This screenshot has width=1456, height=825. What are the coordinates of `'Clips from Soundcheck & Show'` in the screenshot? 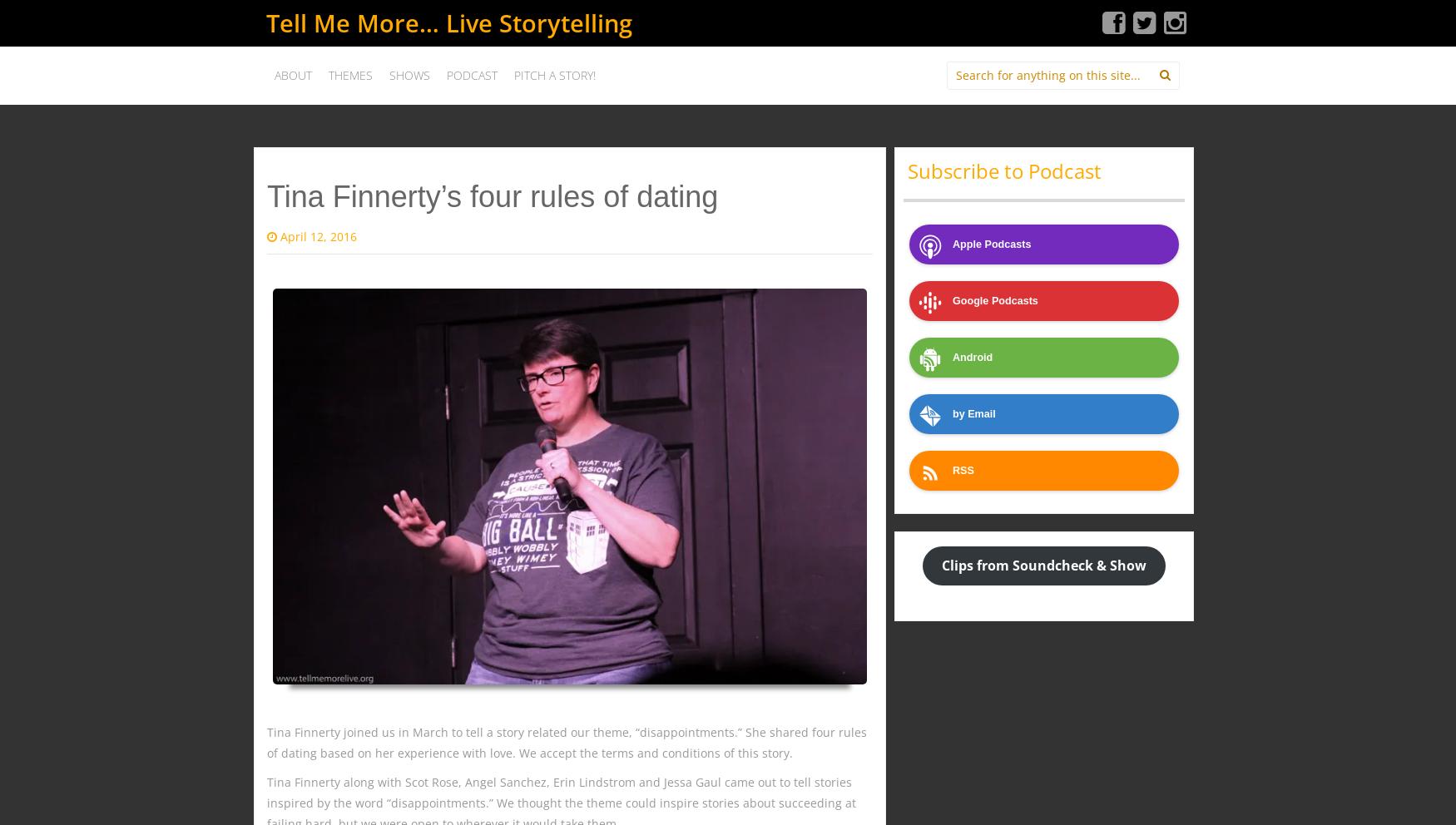 It's located at (1042, 565).